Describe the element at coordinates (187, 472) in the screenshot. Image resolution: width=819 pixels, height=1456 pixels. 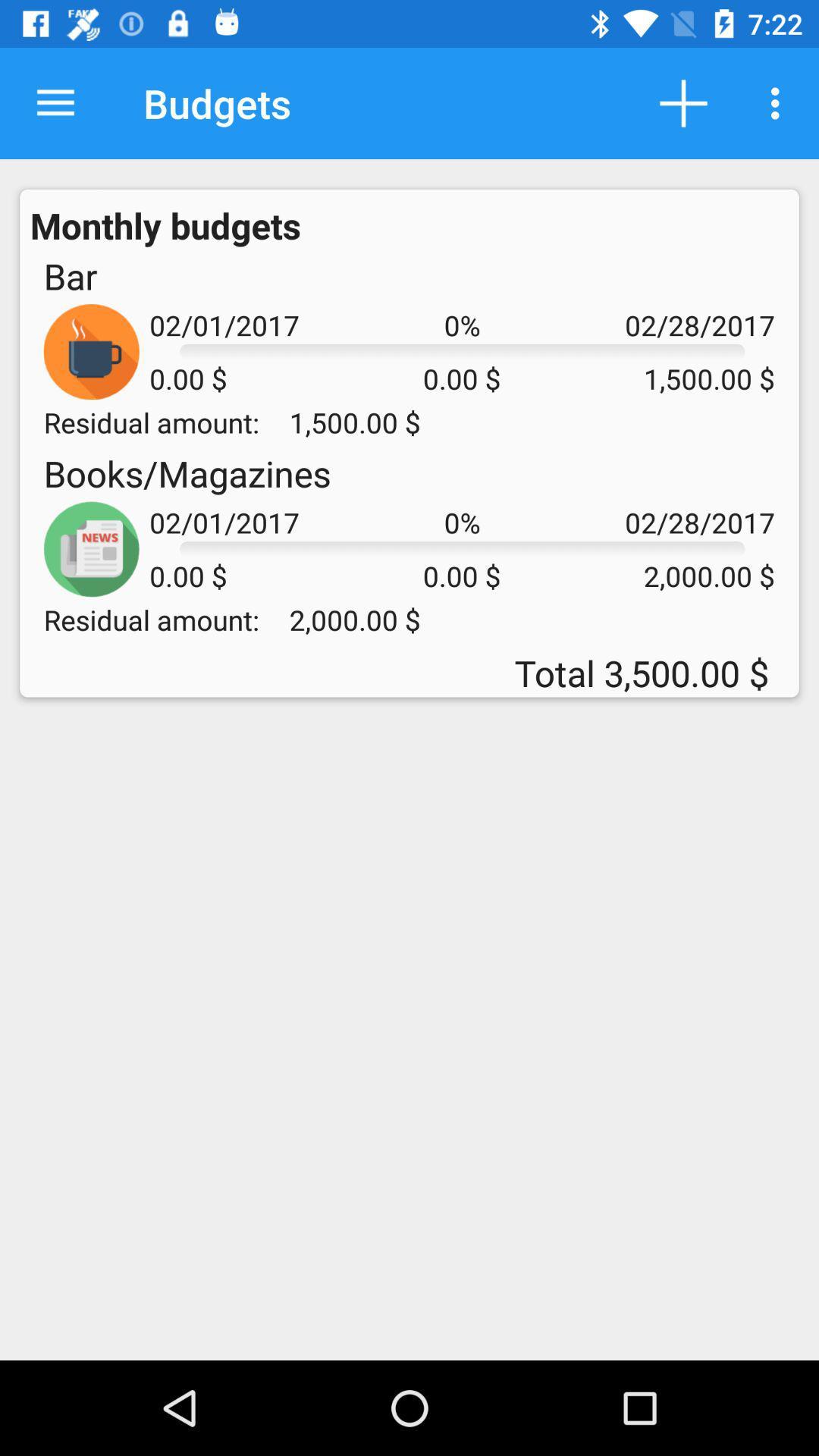
I see `the books/magazines item` at that location.